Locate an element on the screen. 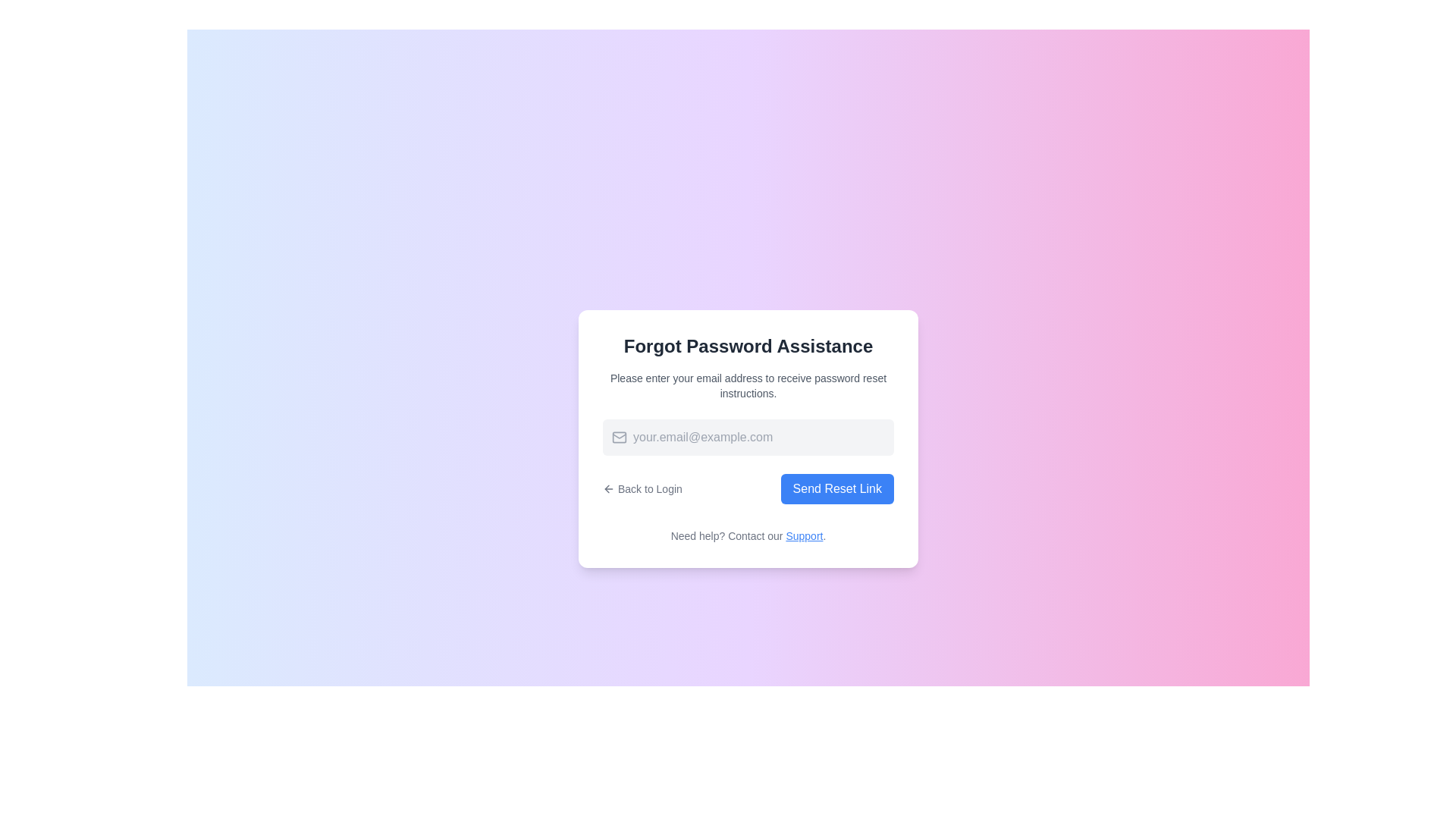 The image size is (1456, 819). the mail icon located at the left side of the email input box labeled 'your.email@example.com' within the 'Forgot Password Assistance' form to inspect its additional functionality is located at coordinates (615, 438).